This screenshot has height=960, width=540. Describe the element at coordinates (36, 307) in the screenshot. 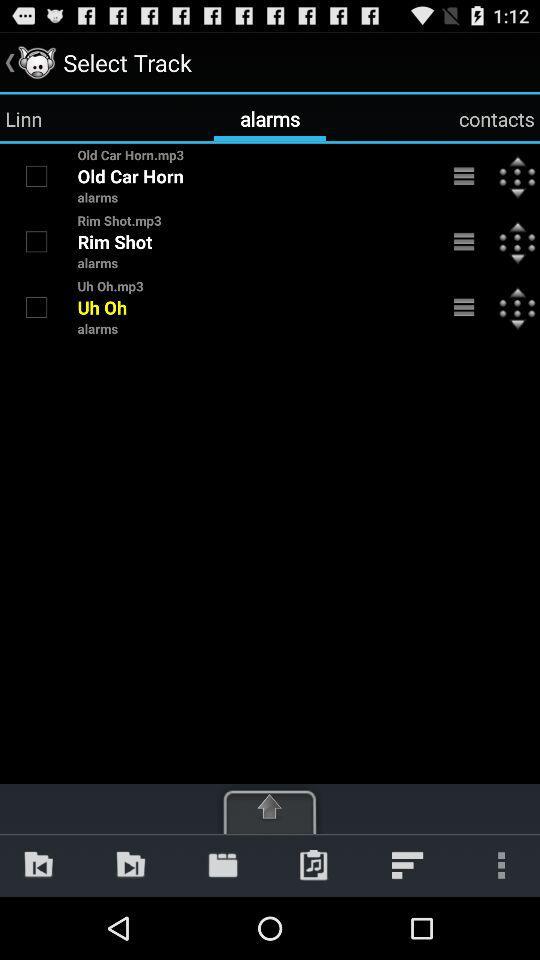

I see `the alarm tone` at that location.